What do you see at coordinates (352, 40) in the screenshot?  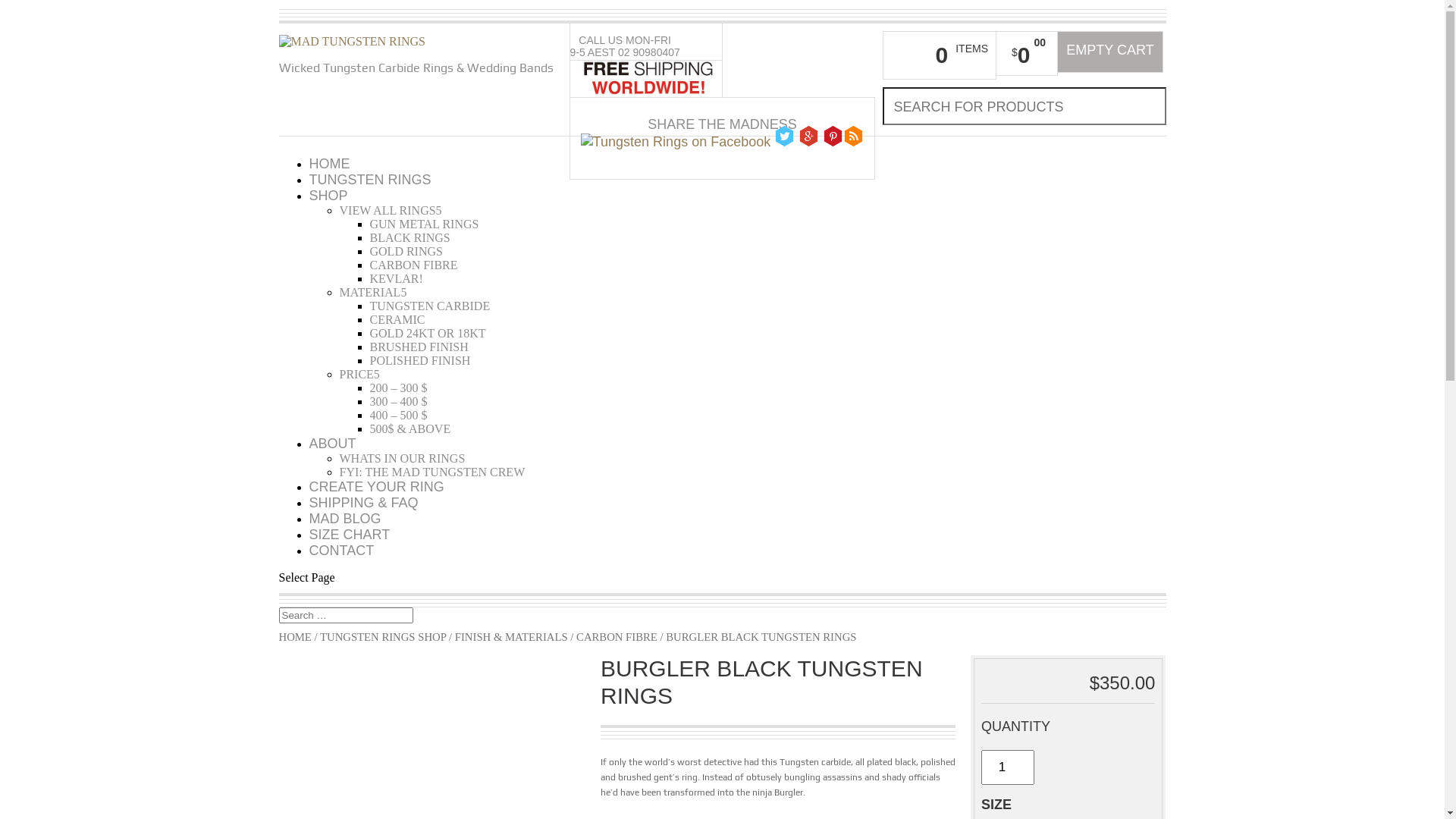 I see `'Mad tungsten rings'` at bounding box center [352, 40].